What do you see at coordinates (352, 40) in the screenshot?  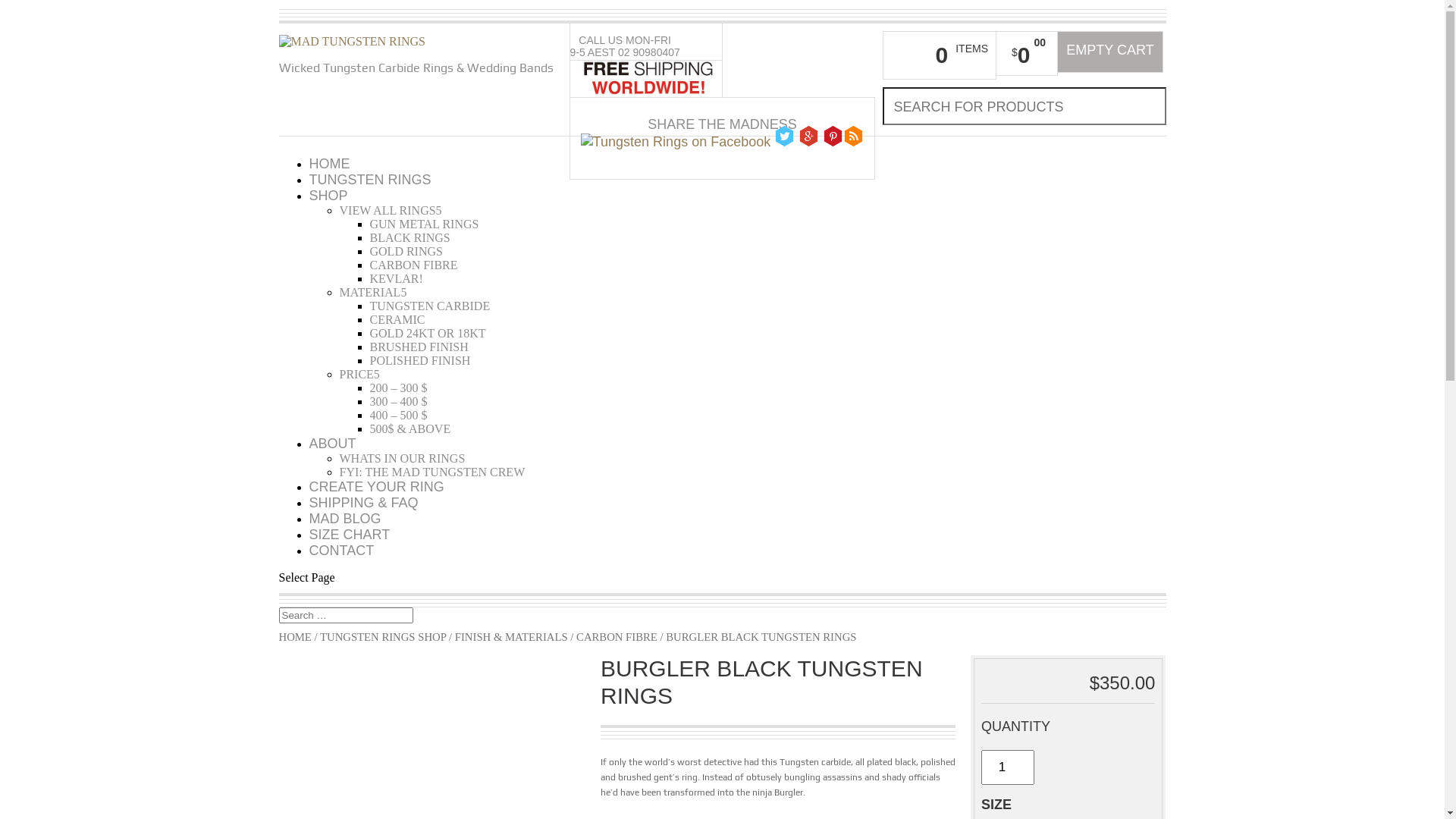 I see `'Mad tungsten rings'` at bounding box center [352, 40].